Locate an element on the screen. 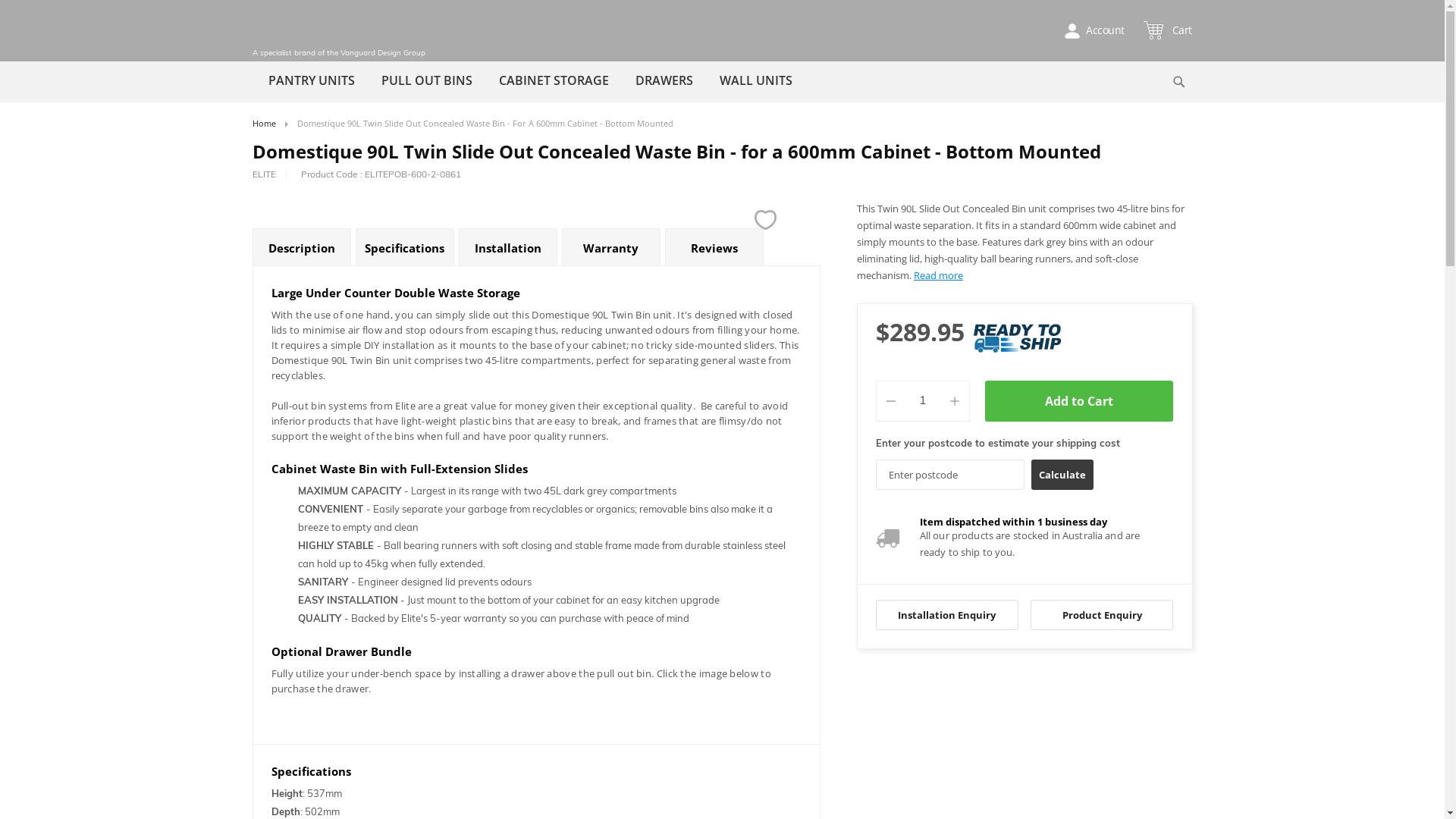 The image size is (1456, 819). 'Account' is located at coordinates (1055, 30).